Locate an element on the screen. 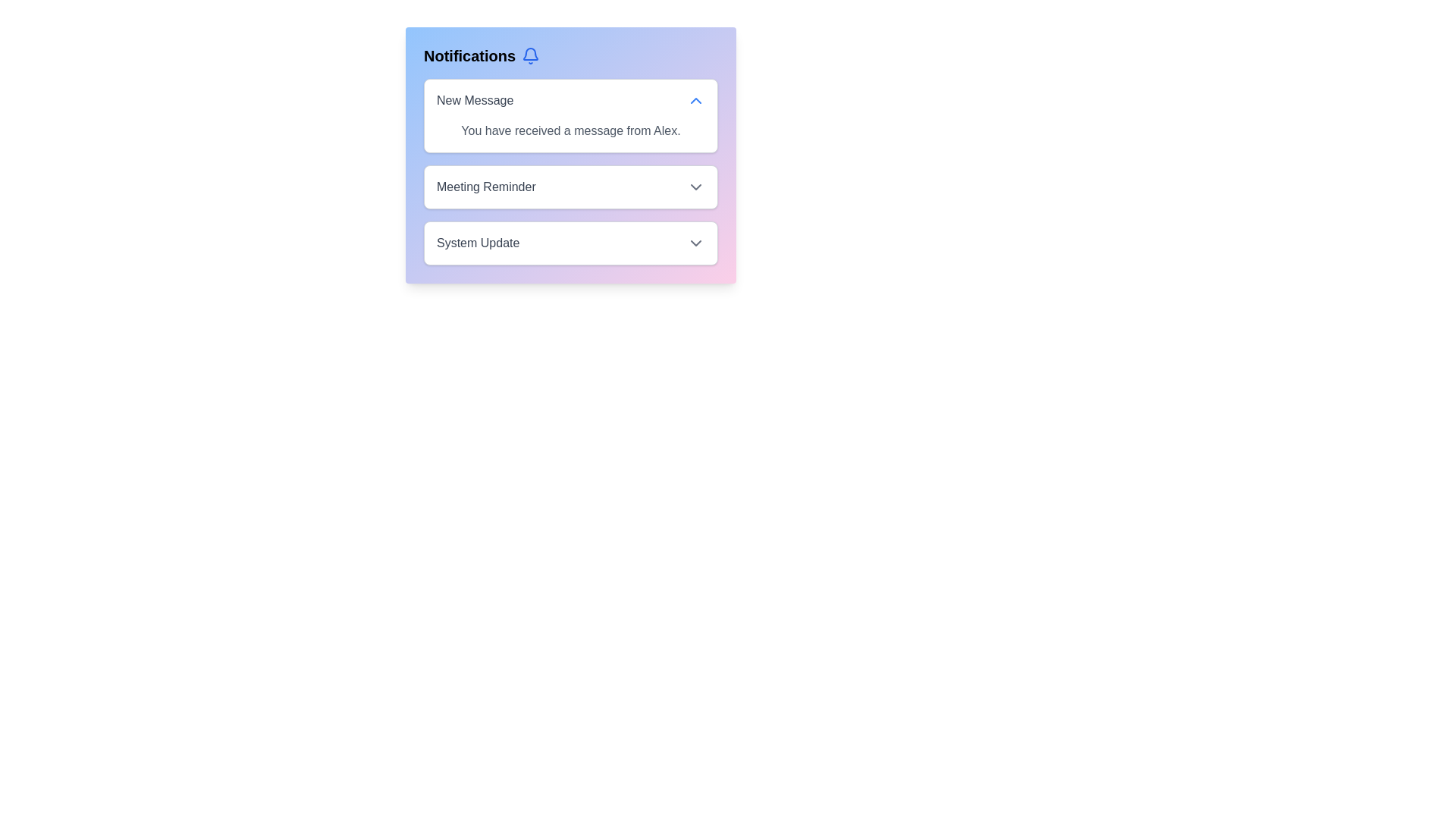 This screenshot has width=1456, height=819. the chevron icon located in the 'Meeting Reminder' section is located at coordinates (695, 186).